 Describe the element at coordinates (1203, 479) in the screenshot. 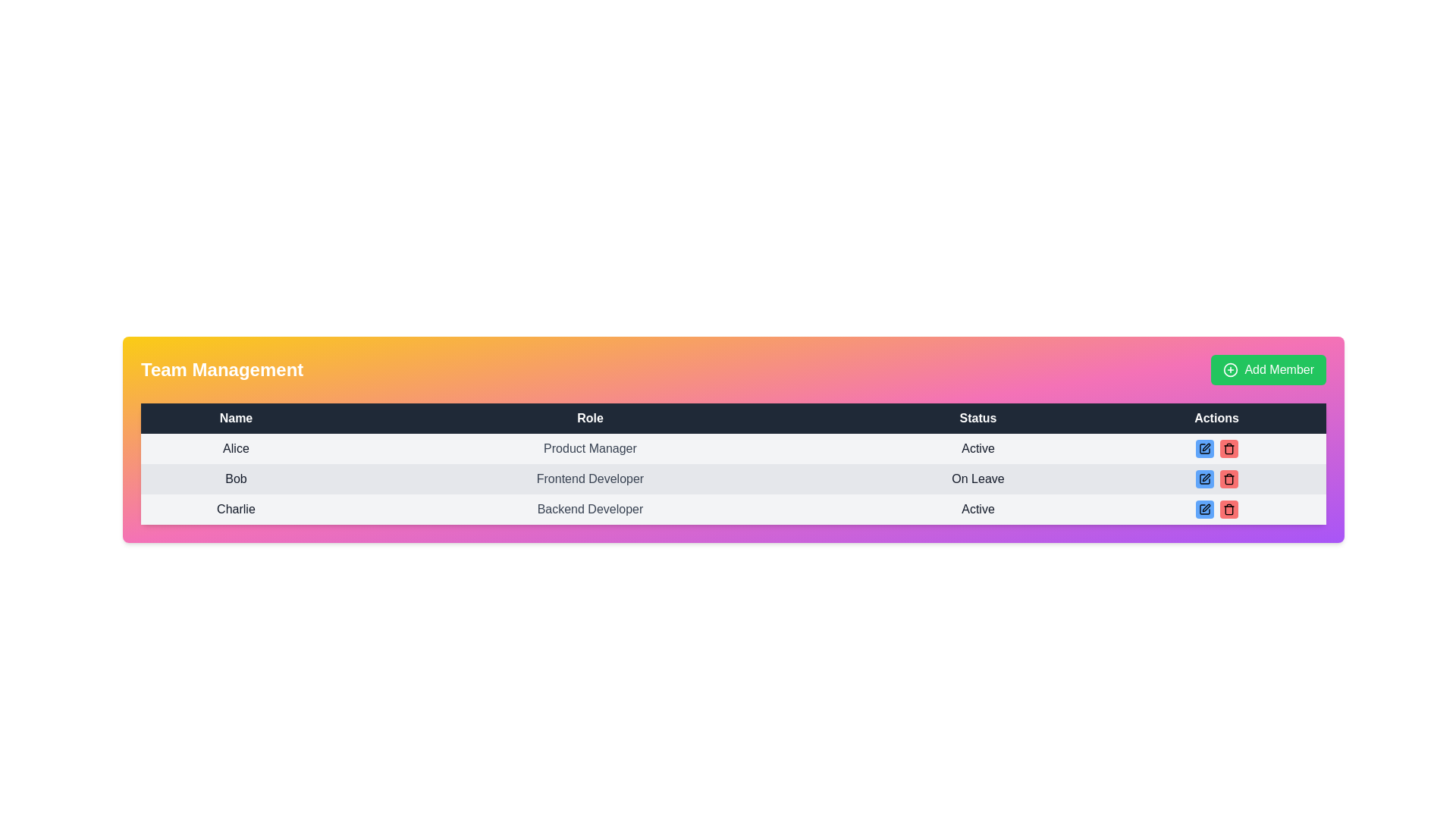

I see `the blue rectangular button with rounded corners containing a pen icon in the actions column of the user management table for the user named Bob to trigger a visual effect` at that location.